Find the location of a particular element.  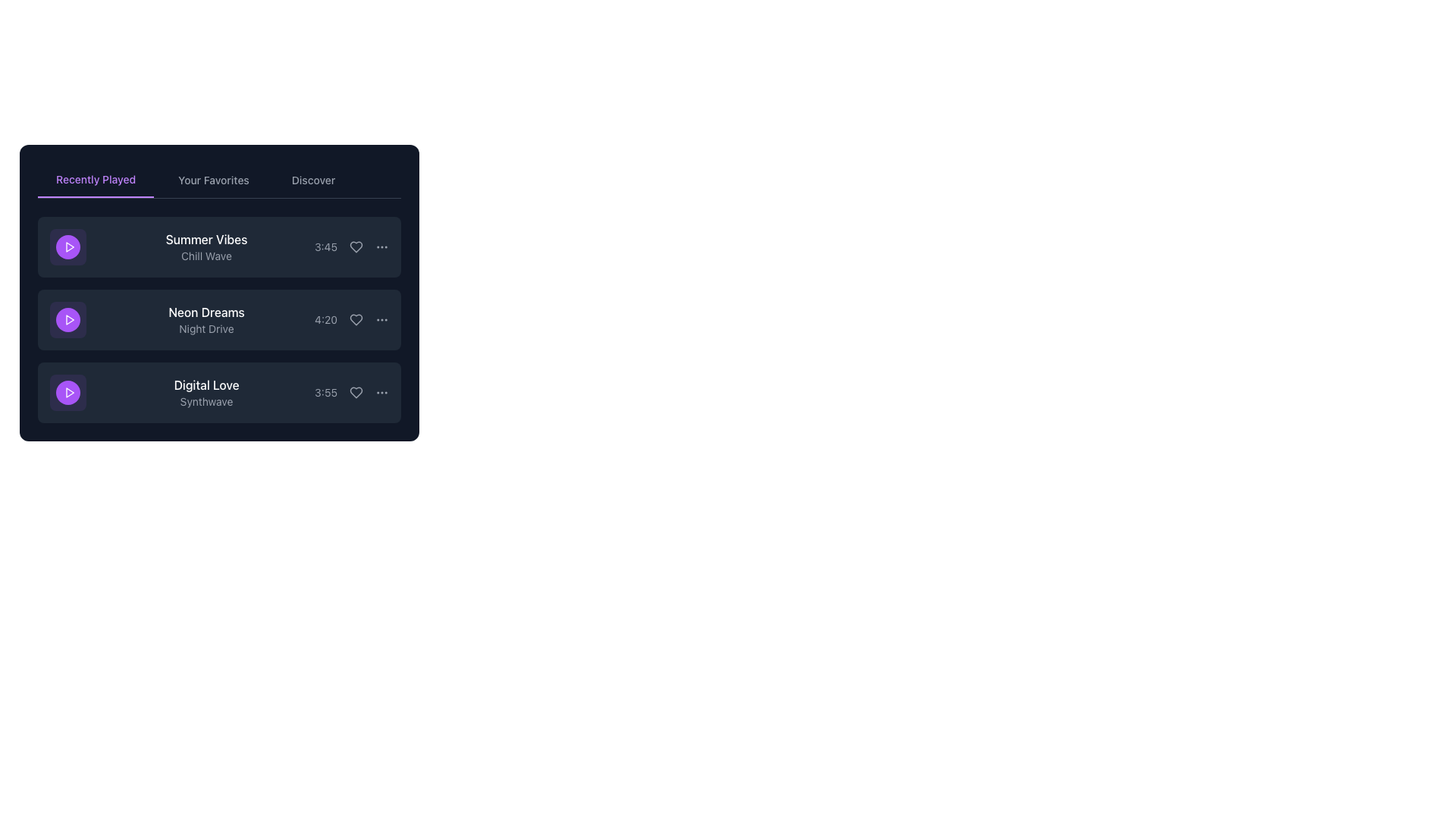

the button represented by three horizontally aligned dots (ellipsis) to change its color from gray to purple. This button is located on the far right of the 'Digital Love' playlist row, next to the timestamp '3:55' is located at coordinates (382, 391).